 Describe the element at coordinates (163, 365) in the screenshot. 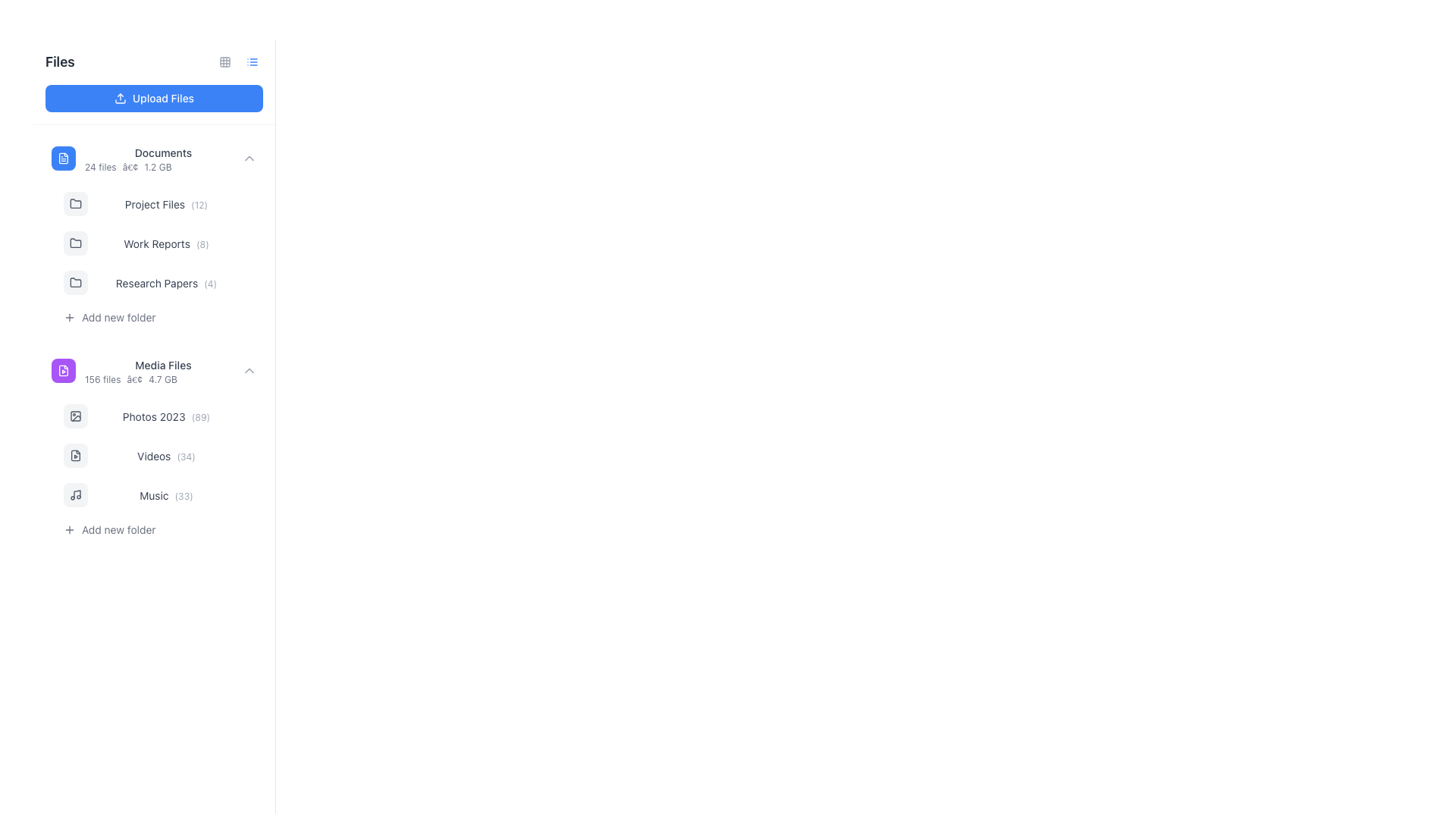

I see `the 'Media Files' text label, which is displayed in a small, medium-weight gray font and positioned above the label '156 files • 4.7 GB' in the file list` at that location.